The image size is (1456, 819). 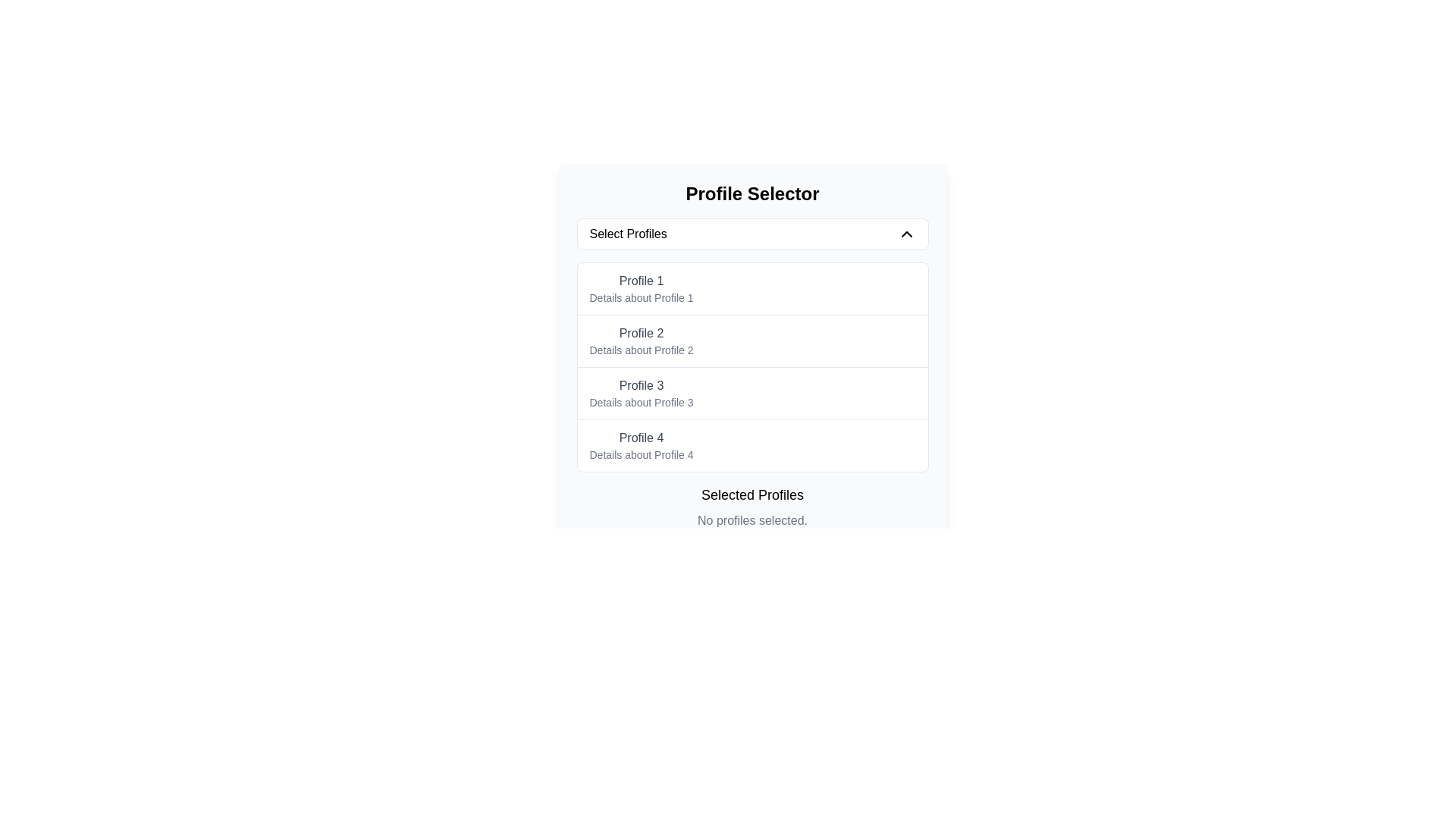 What do you see at coordinates (752, 356) in the screenshot?
I see `the second item in the vertical list of profiles within the 'Profile Selector' modal` at bounding box center [752, 356].